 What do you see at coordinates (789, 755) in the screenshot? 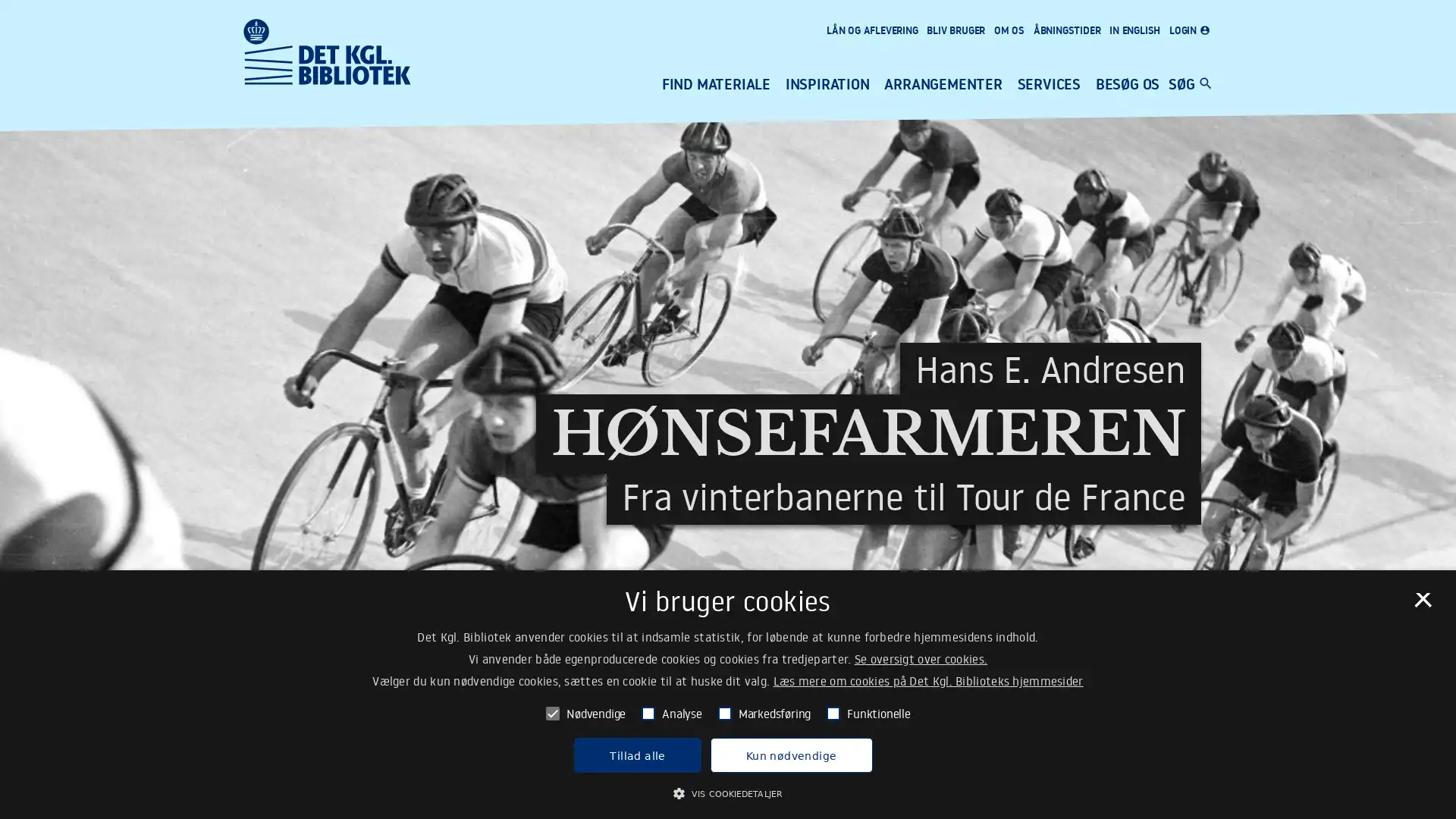
I see `Kun ndvendige` at bounding box center [789, 755].